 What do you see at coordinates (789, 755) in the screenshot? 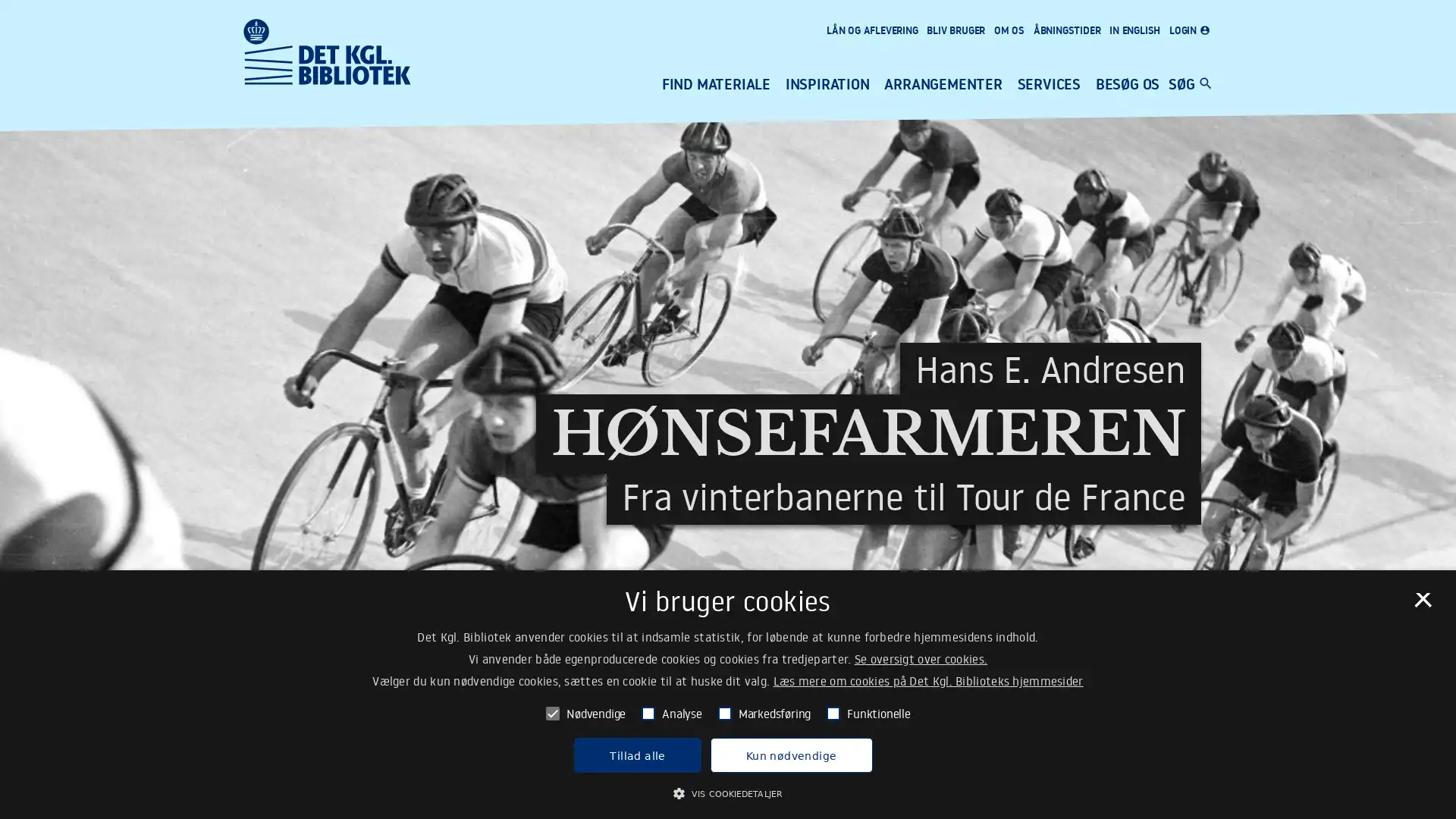
I see `Kun ndvendige` at bounding box center [789, 755].